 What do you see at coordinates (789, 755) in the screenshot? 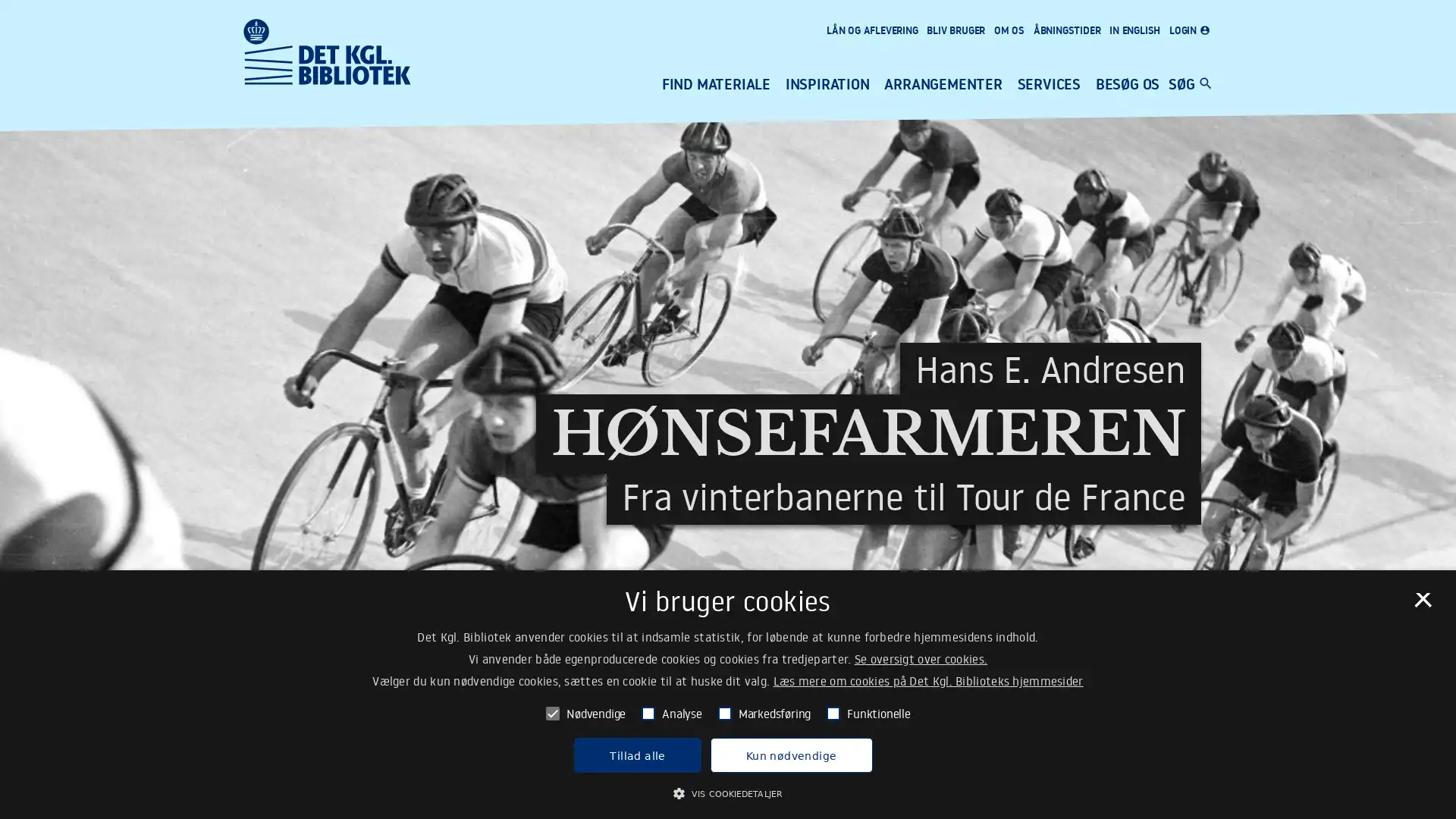
I see `Kun ndvendige` at bounding box center [789, 755].